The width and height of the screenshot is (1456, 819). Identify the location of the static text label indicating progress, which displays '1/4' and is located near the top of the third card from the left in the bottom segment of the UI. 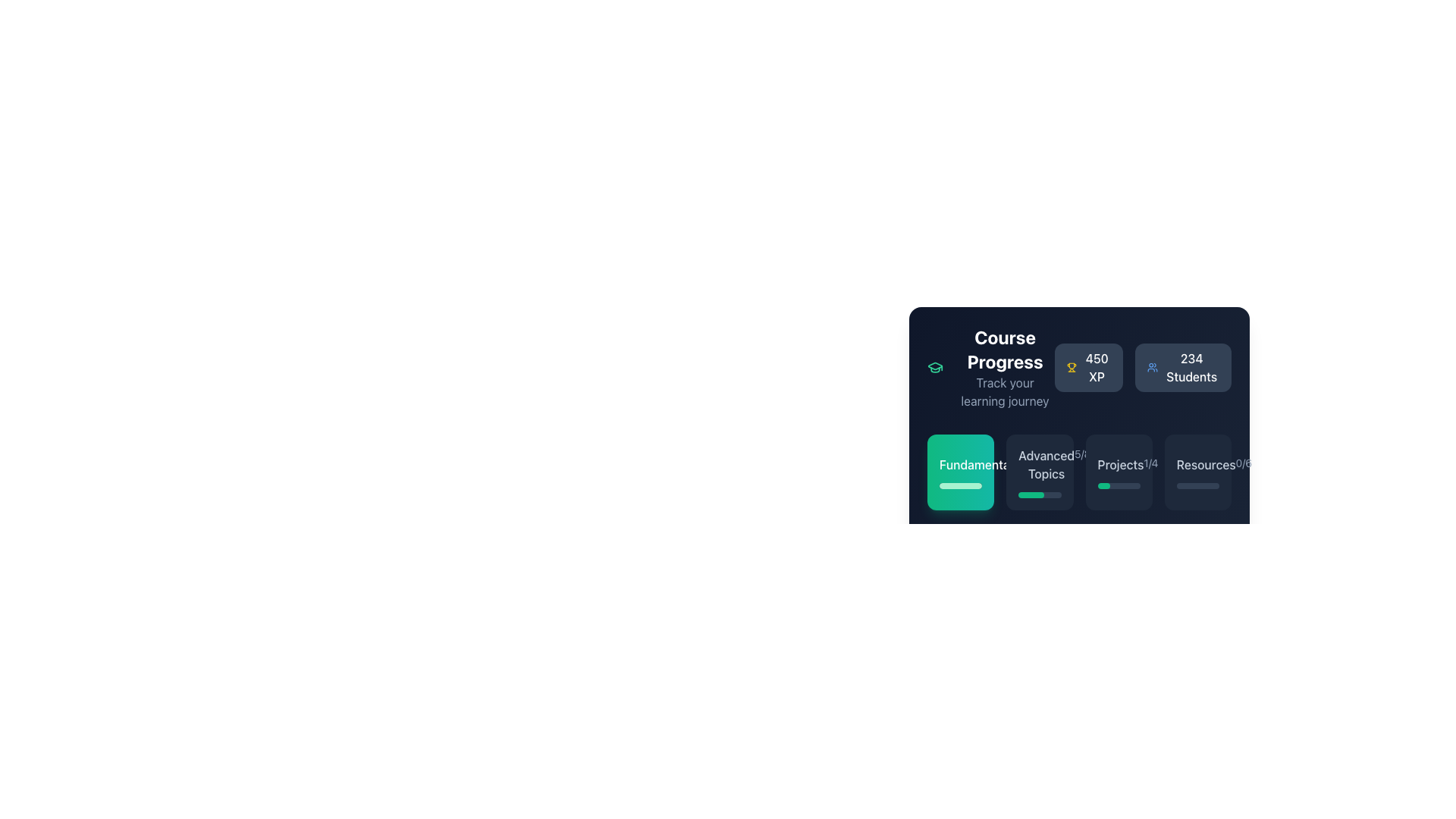
(1119, 464).